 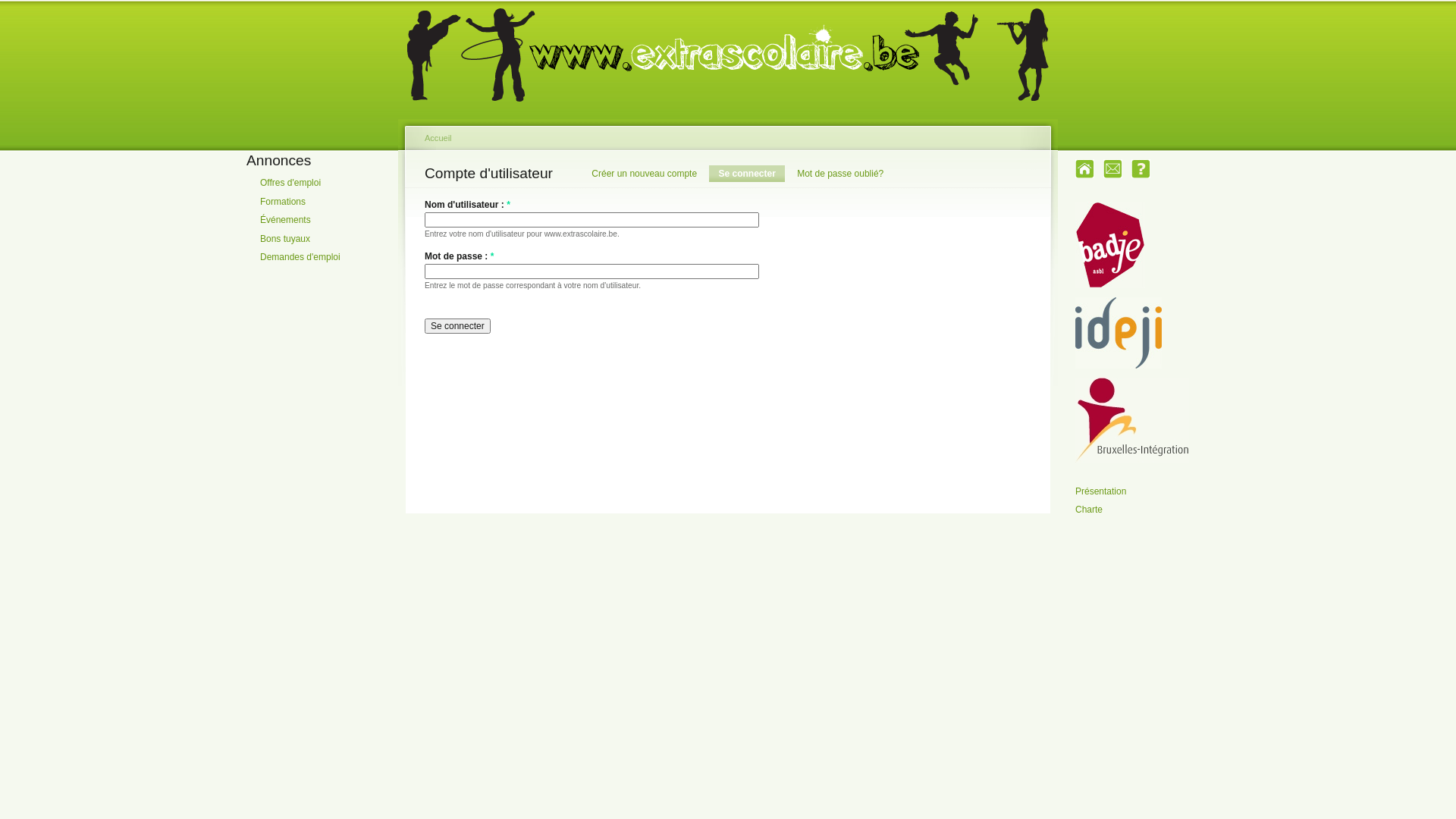 I want to click on 'Demandes d'emploi', so click(x=326, y=256).